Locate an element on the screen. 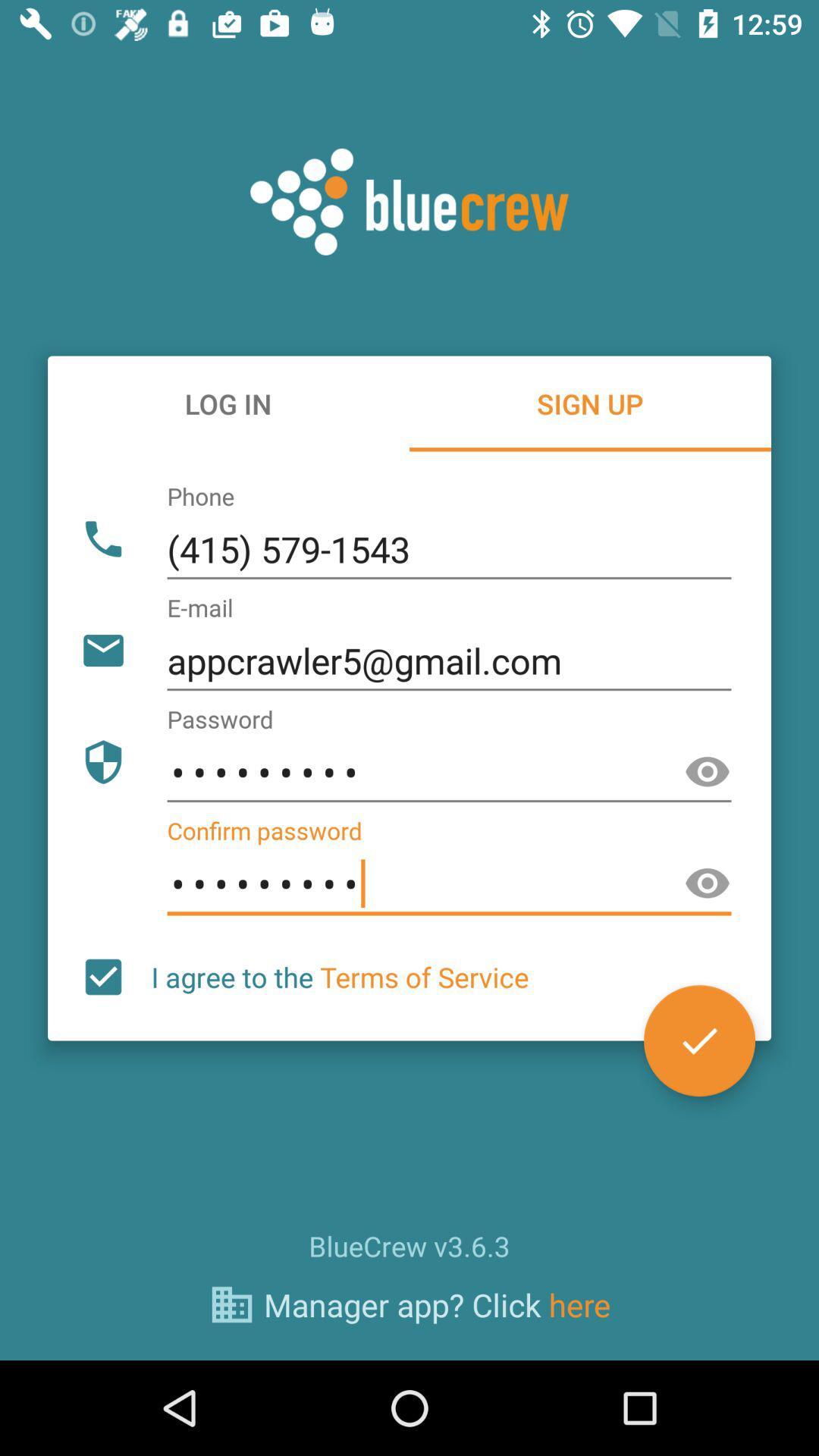 The image size is (819, 1456). the item above the bluecrew v3 6 is located at coordinates (699, 1040).